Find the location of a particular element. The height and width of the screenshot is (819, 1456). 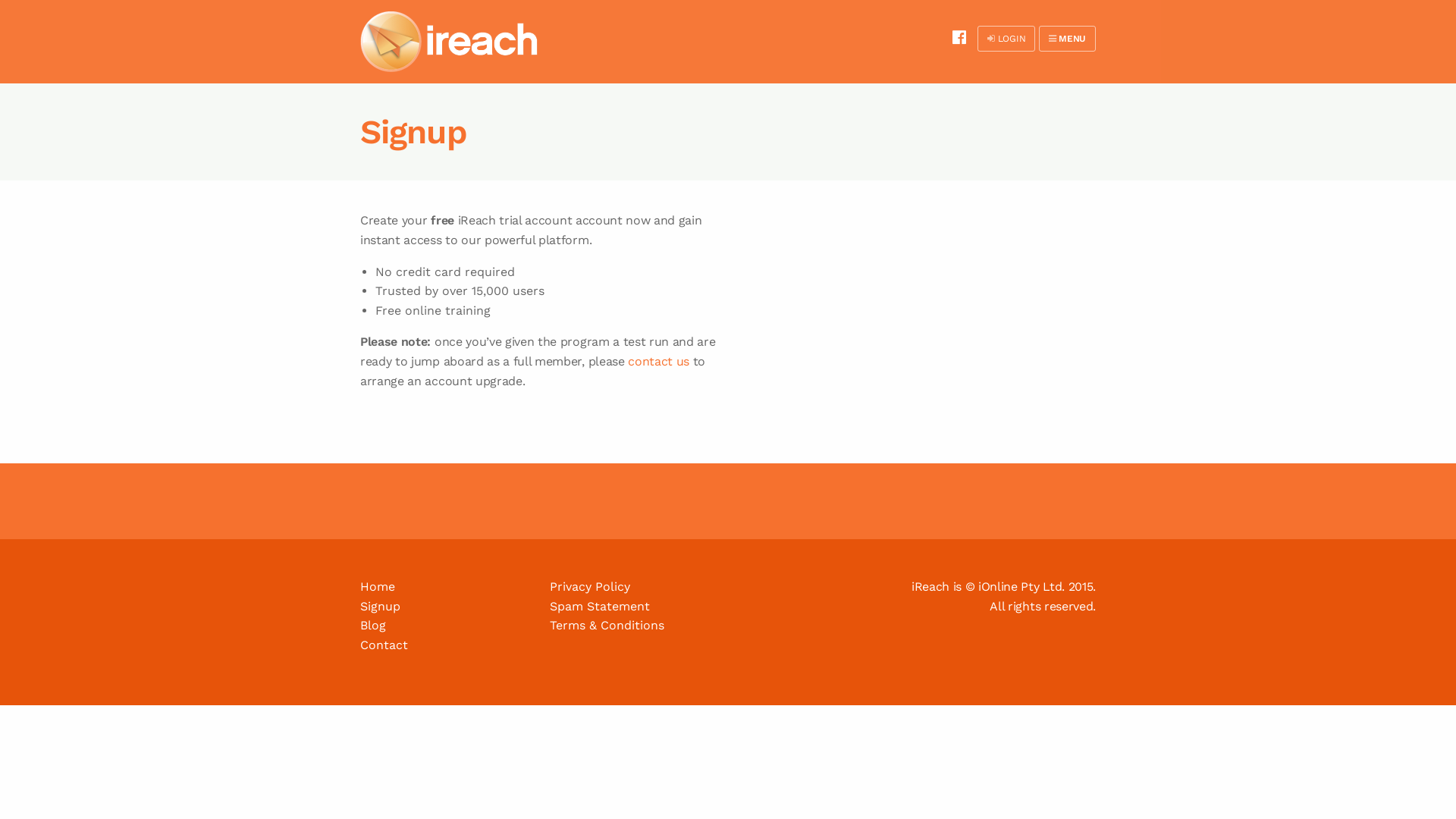

'Signup' is located at coordinates (380, 605).